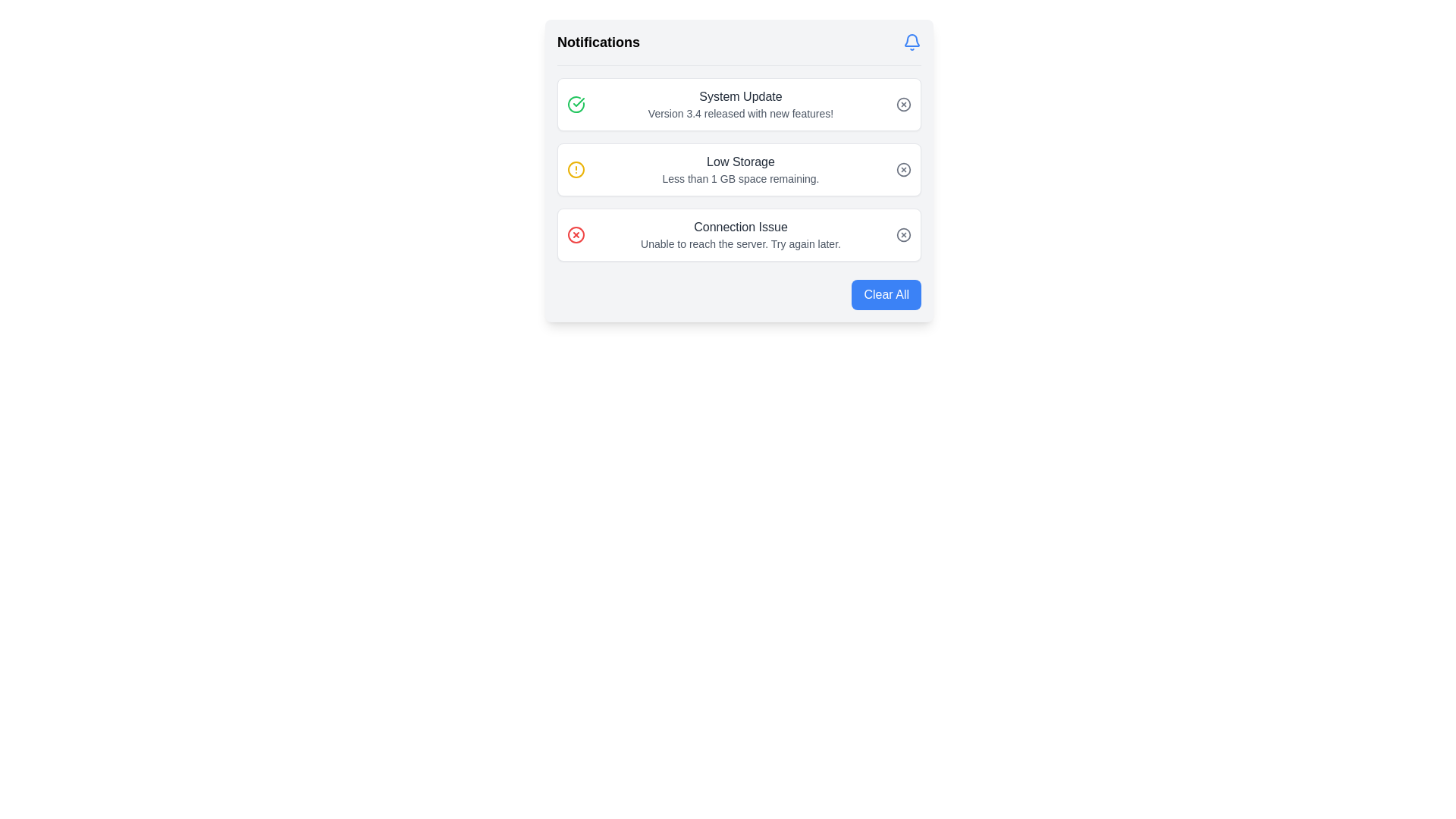 The height and width of the screenshot is (819, 1456). Describe the element at coordinates (741, 96) in the screenshot. I see `text content of the 'System Update' label, which is displayed in a medium-sized, bold font at the top of the notification listing` at that location.